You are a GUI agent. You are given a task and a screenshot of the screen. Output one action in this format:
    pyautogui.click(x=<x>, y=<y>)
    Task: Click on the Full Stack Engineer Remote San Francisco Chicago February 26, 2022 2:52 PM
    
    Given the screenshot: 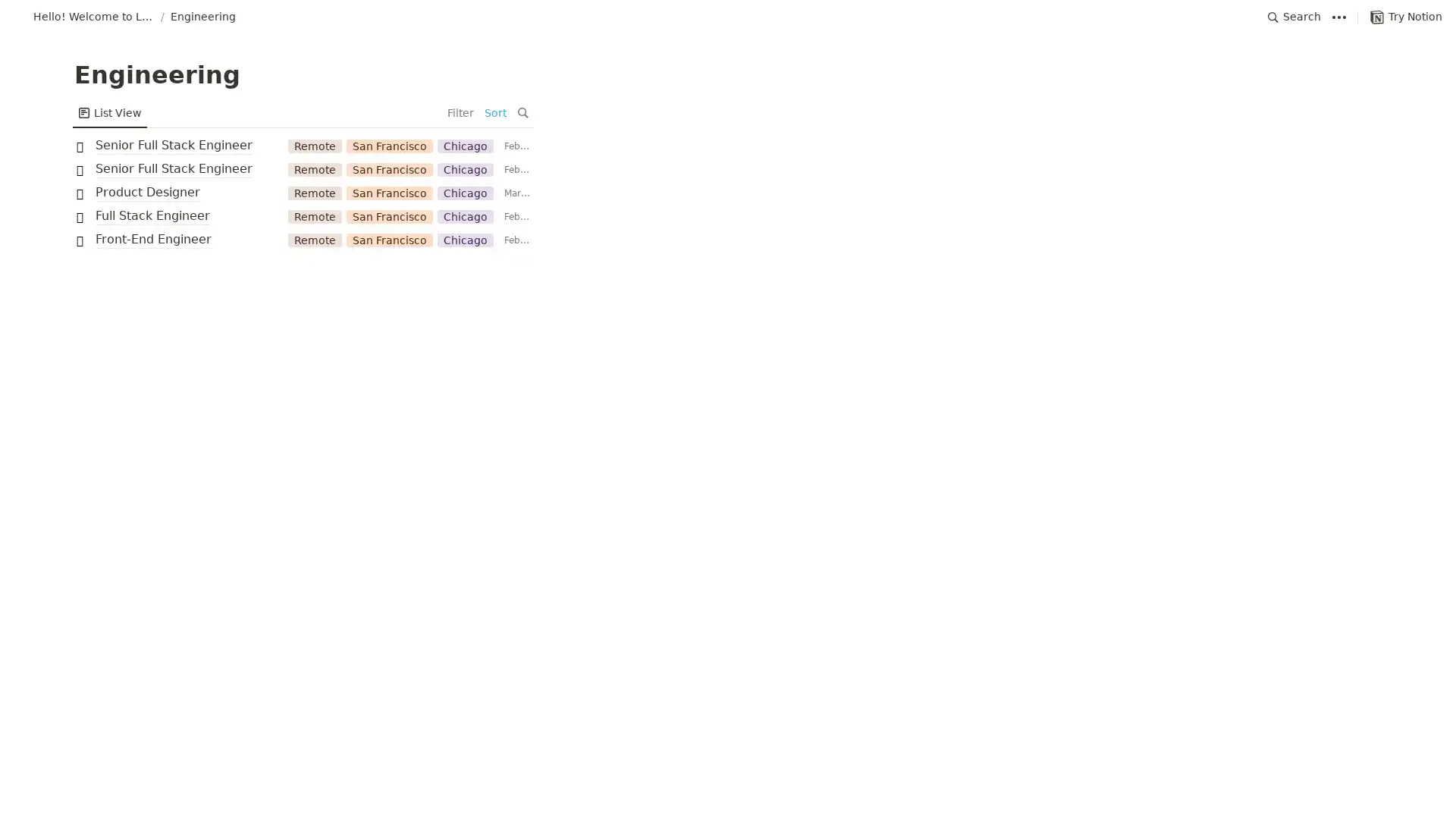 What is the action you would take?
    pyautogui.click(x=728, y=216)
    